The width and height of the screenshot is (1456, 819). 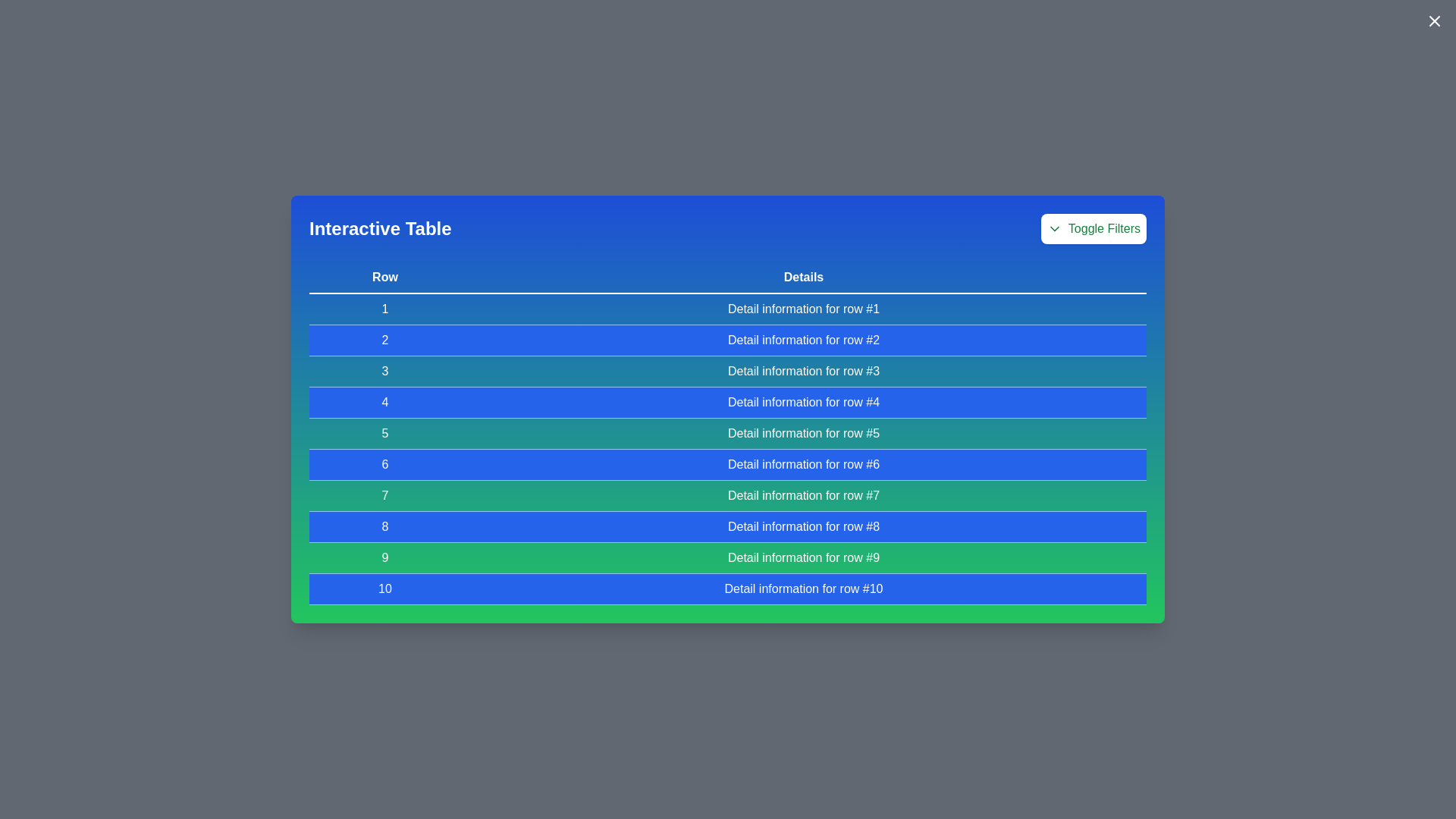 What do you see at coordinates (1093, 228) in the screenshot?
I see `the 'Toggle Filters' button to toggle the visibility of the filters` at bounding box center [1093, 228].